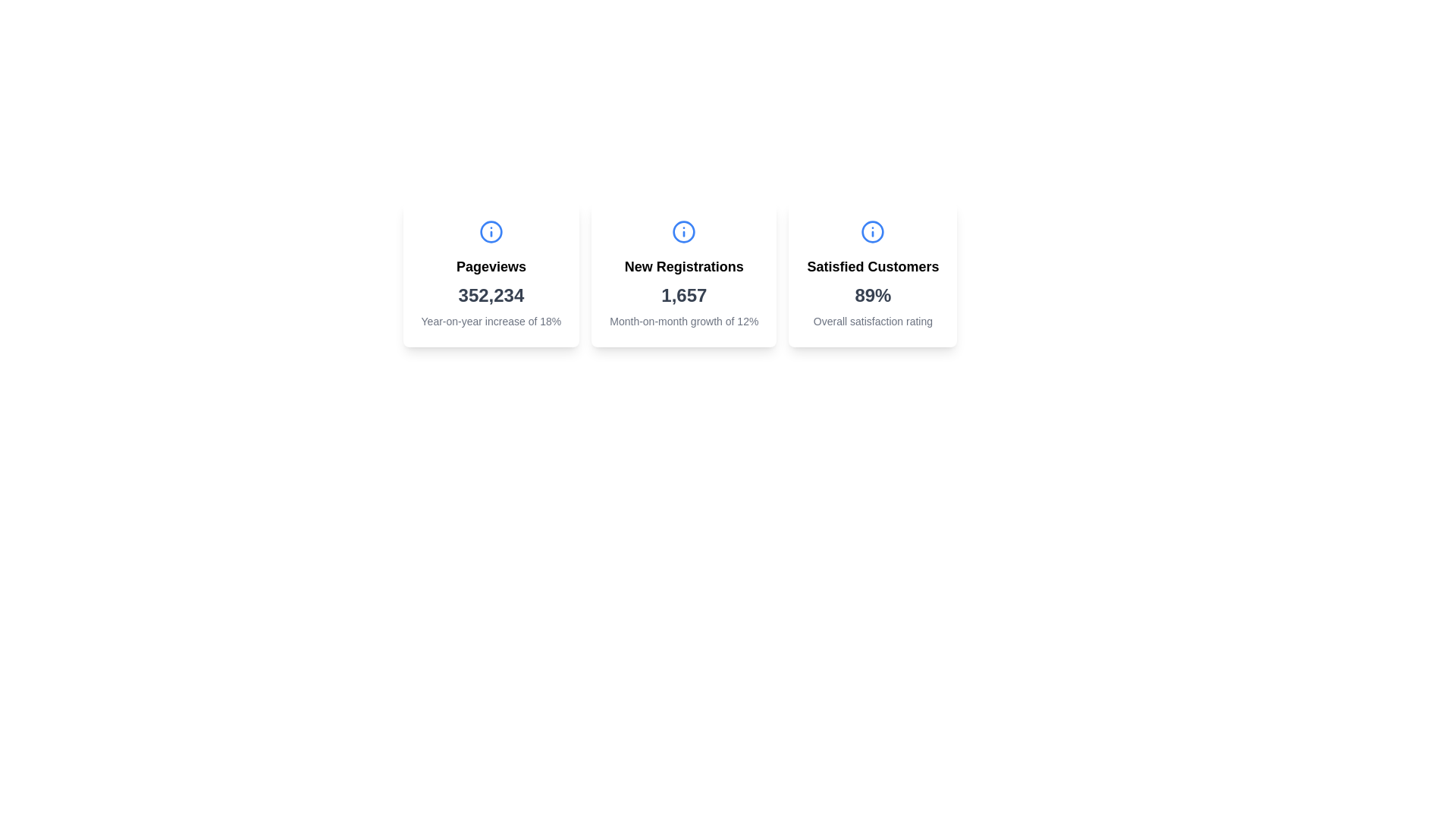 The height and width of the screenshot is (819, 1456). I want to click on the text displaying the number '352,234' in a bold, large font, styled in gray, which indicates the significant numerical value related to 'Pageviews', so click(491, 295).